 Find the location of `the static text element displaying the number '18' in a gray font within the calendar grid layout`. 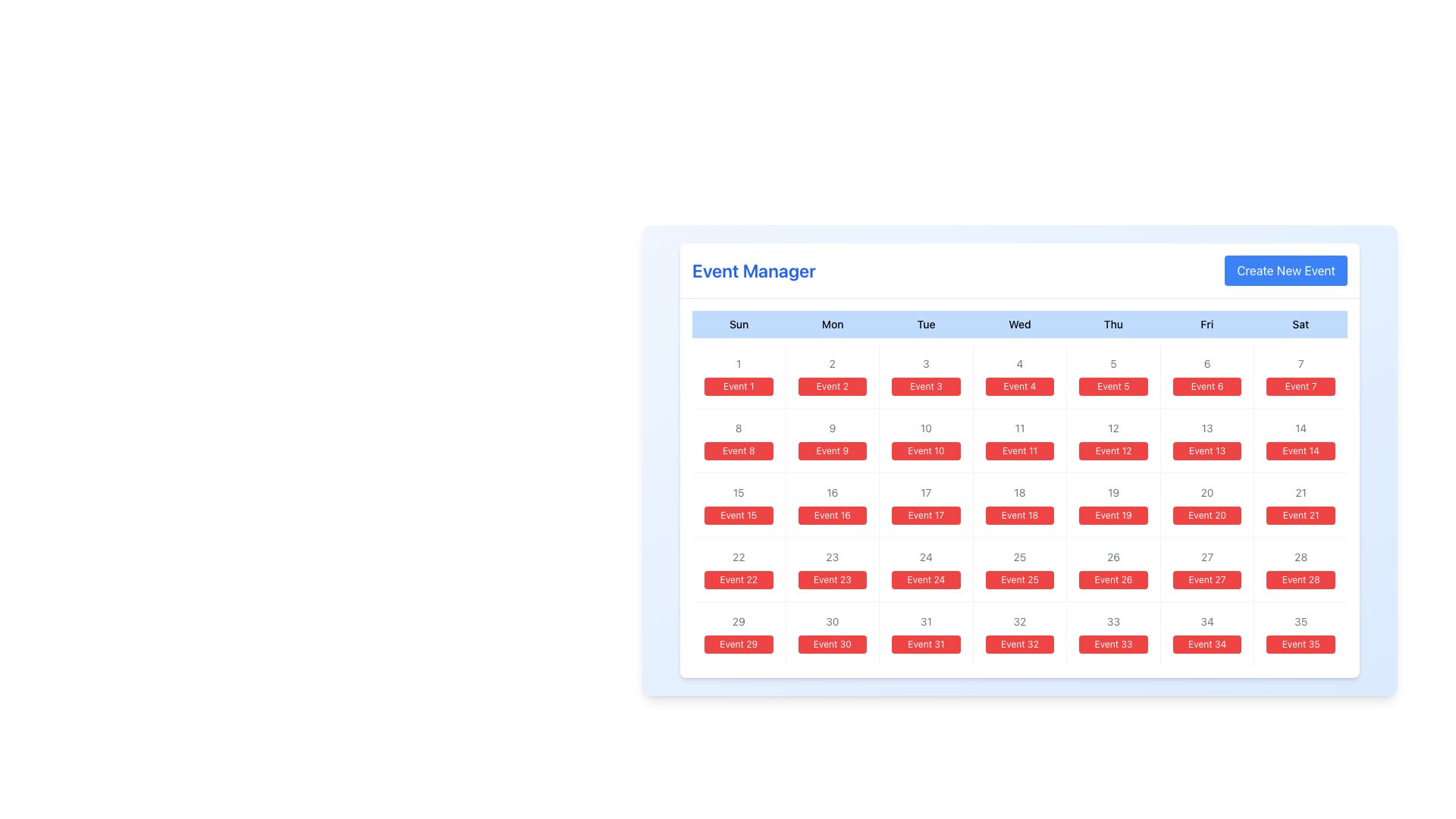

the static text element displaying the number '18' in a gray font within the calendar grid layout is located at coordinates (1019, 493).